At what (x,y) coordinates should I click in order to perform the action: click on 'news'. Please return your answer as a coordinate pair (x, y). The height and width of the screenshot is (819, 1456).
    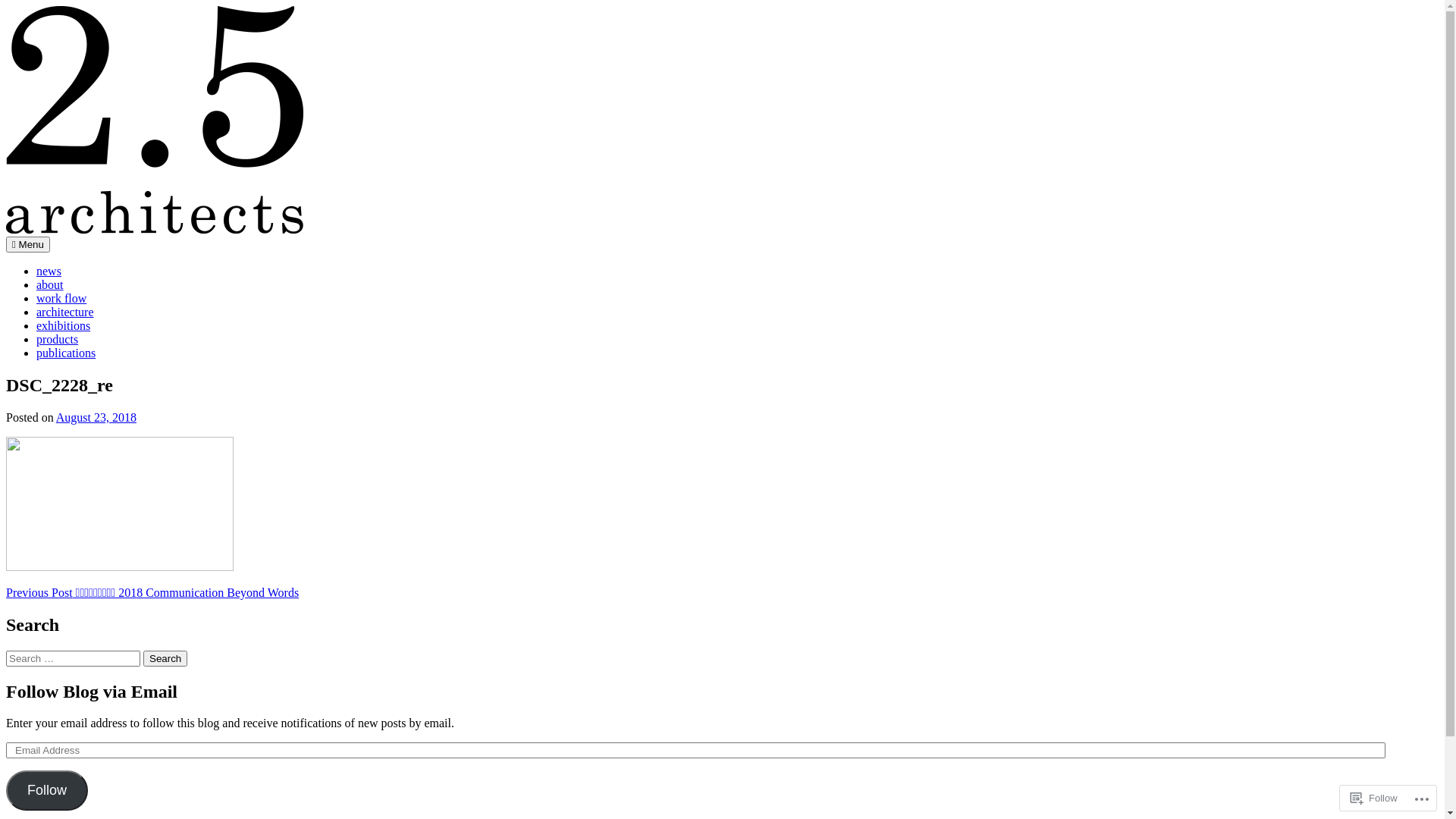
    Looking at the image, I should click on (49, 270).